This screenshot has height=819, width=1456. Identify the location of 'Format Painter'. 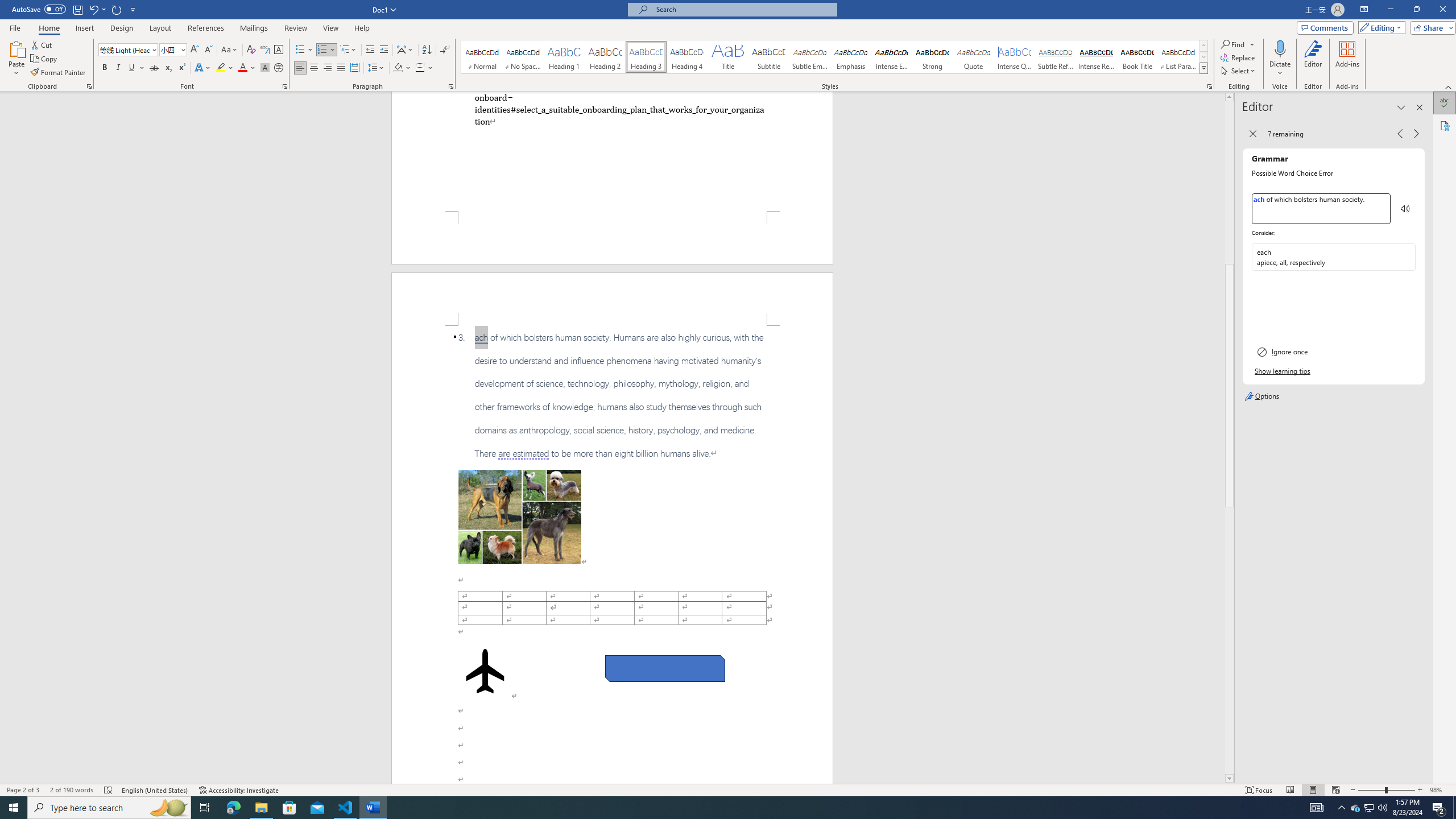
(58, 72).